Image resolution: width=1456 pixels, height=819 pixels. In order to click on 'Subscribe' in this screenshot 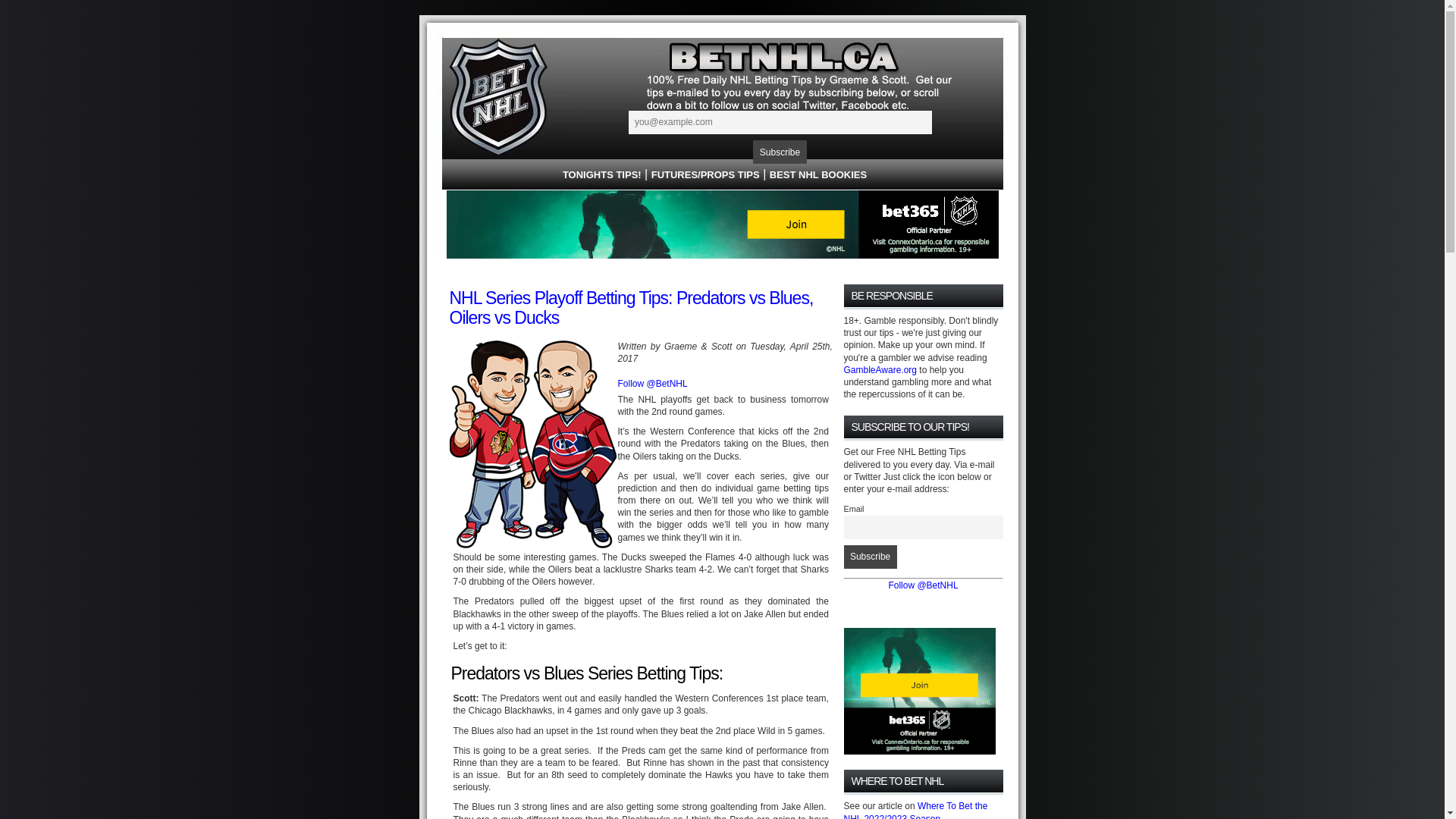, I will do `click(779, 152)`.